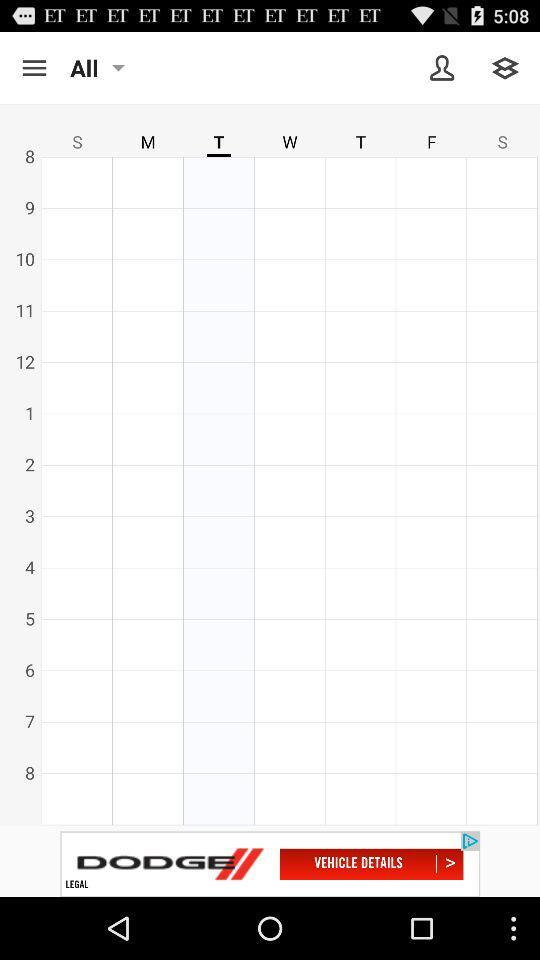  What do you see at coordinates (504, 73) in the screenshot?
I see `the layers icon` at bounding box center [504, 73].